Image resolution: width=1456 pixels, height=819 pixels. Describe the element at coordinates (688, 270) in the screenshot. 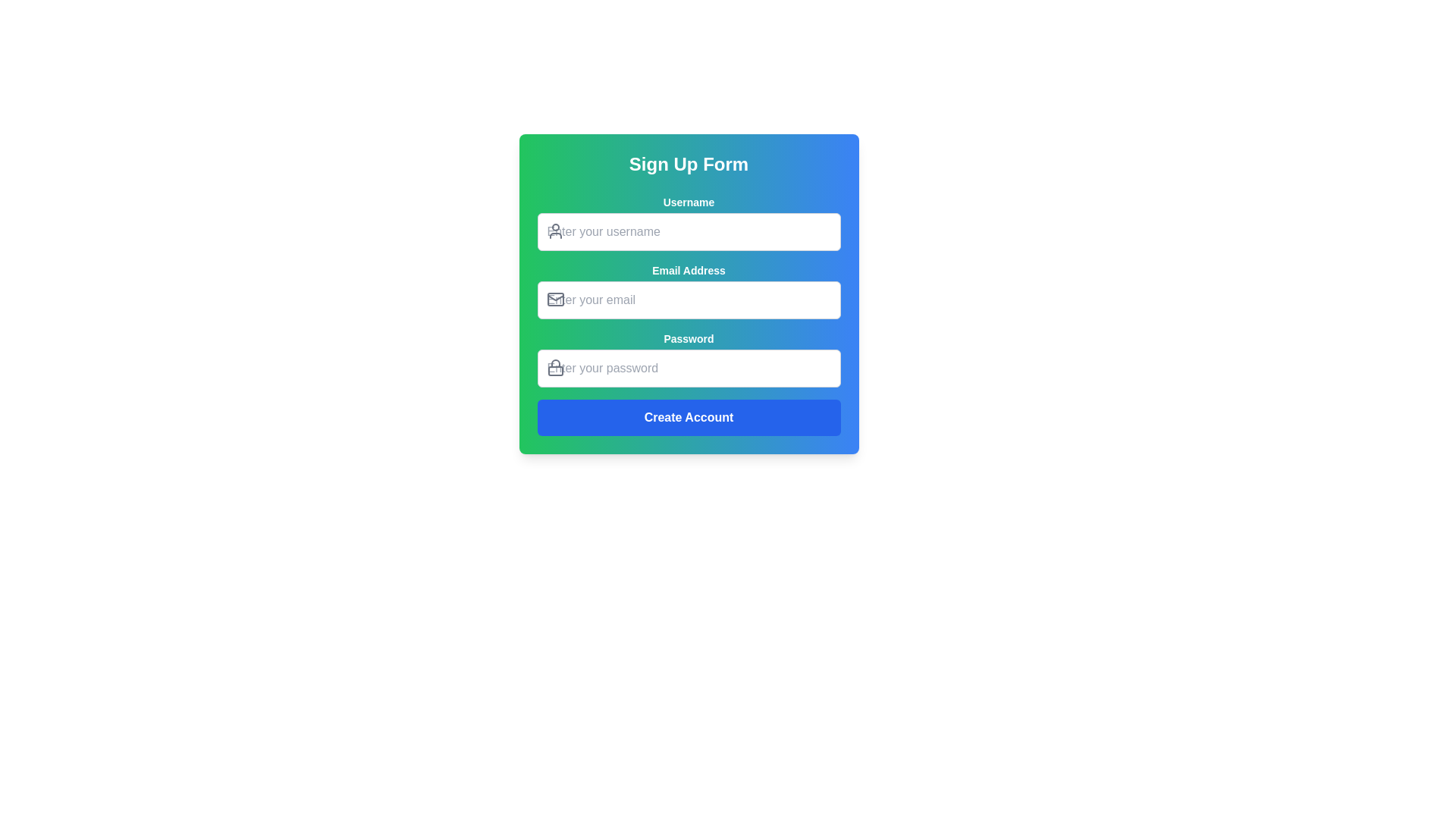

I see `the email address label in the sign-up form, which is the second label under 'Sign Up Form' and is positioned above the email input field` at that location.